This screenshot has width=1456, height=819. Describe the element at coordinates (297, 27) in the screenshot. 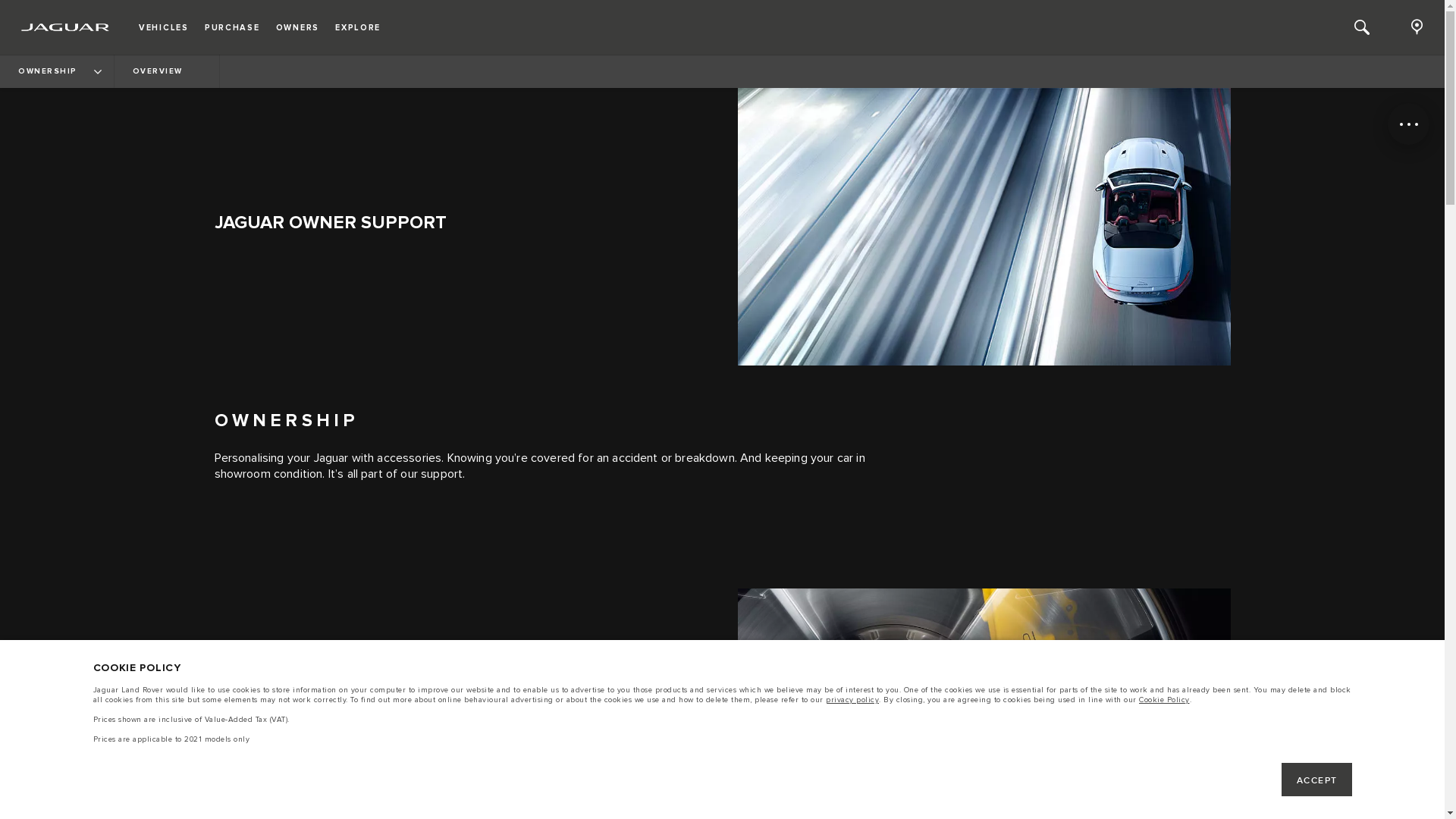

I see `'OWNERS'` at that location.